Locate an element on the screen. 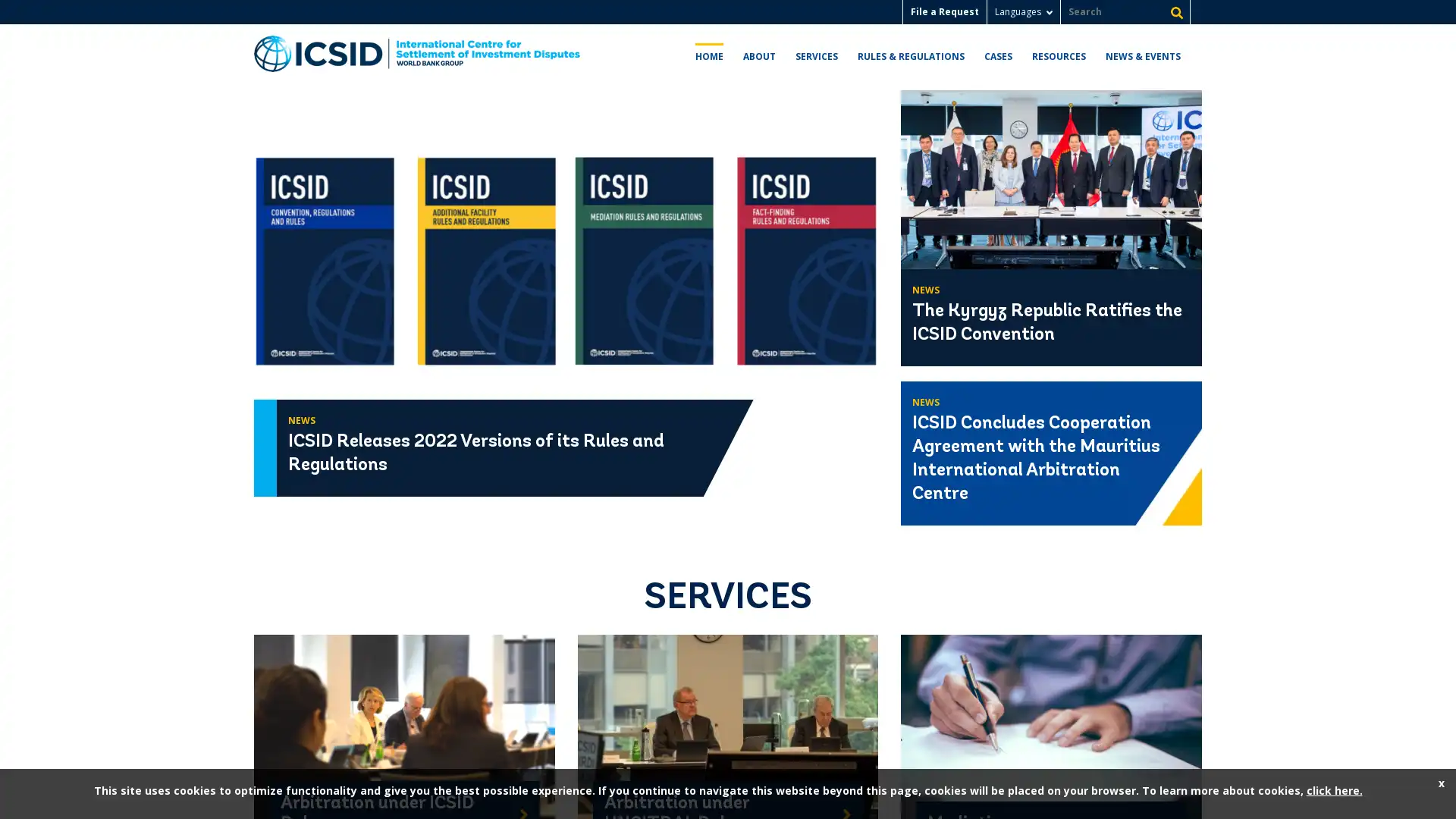 This screenshot has width=1456, height=819. Search is located at coordinates (1175, 12).